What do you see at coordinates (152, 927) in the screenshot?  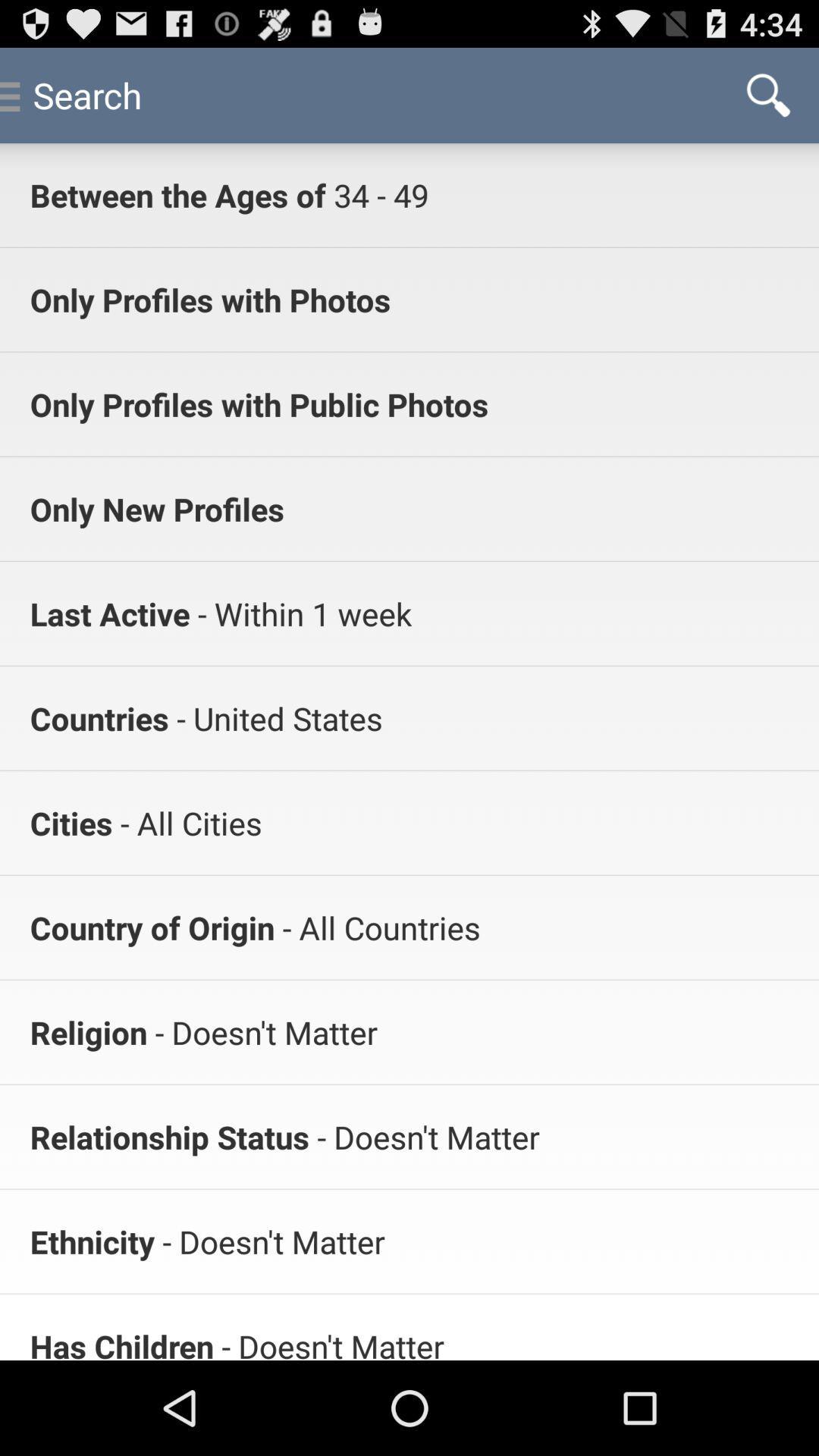 I see `the icon next to the  - all countries app` at bounding box center [152, 927].